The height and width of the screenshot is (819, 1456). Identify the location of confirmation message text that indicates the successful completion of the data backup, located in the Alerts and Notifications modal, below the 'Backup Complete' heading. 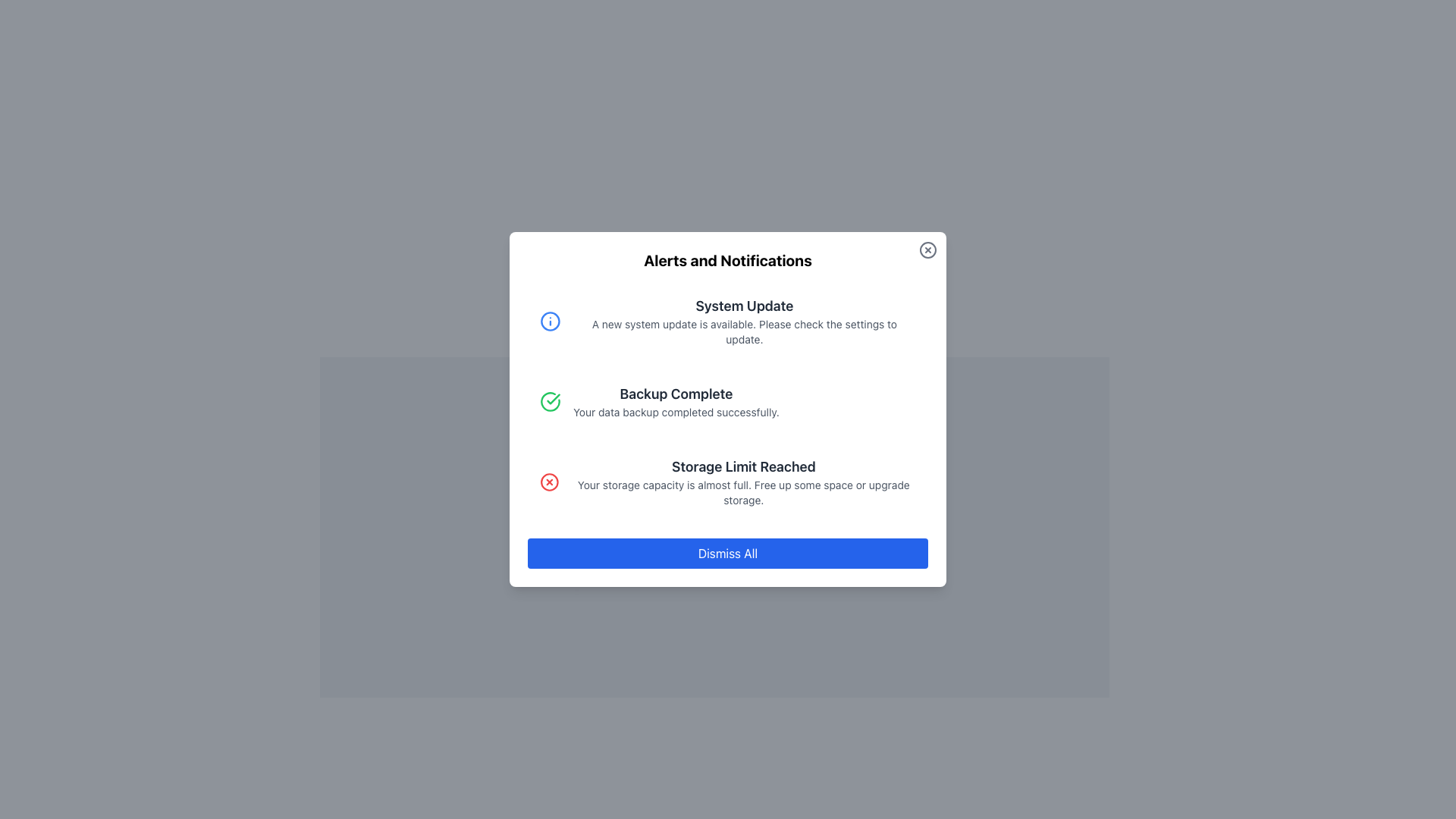
(675, 412).